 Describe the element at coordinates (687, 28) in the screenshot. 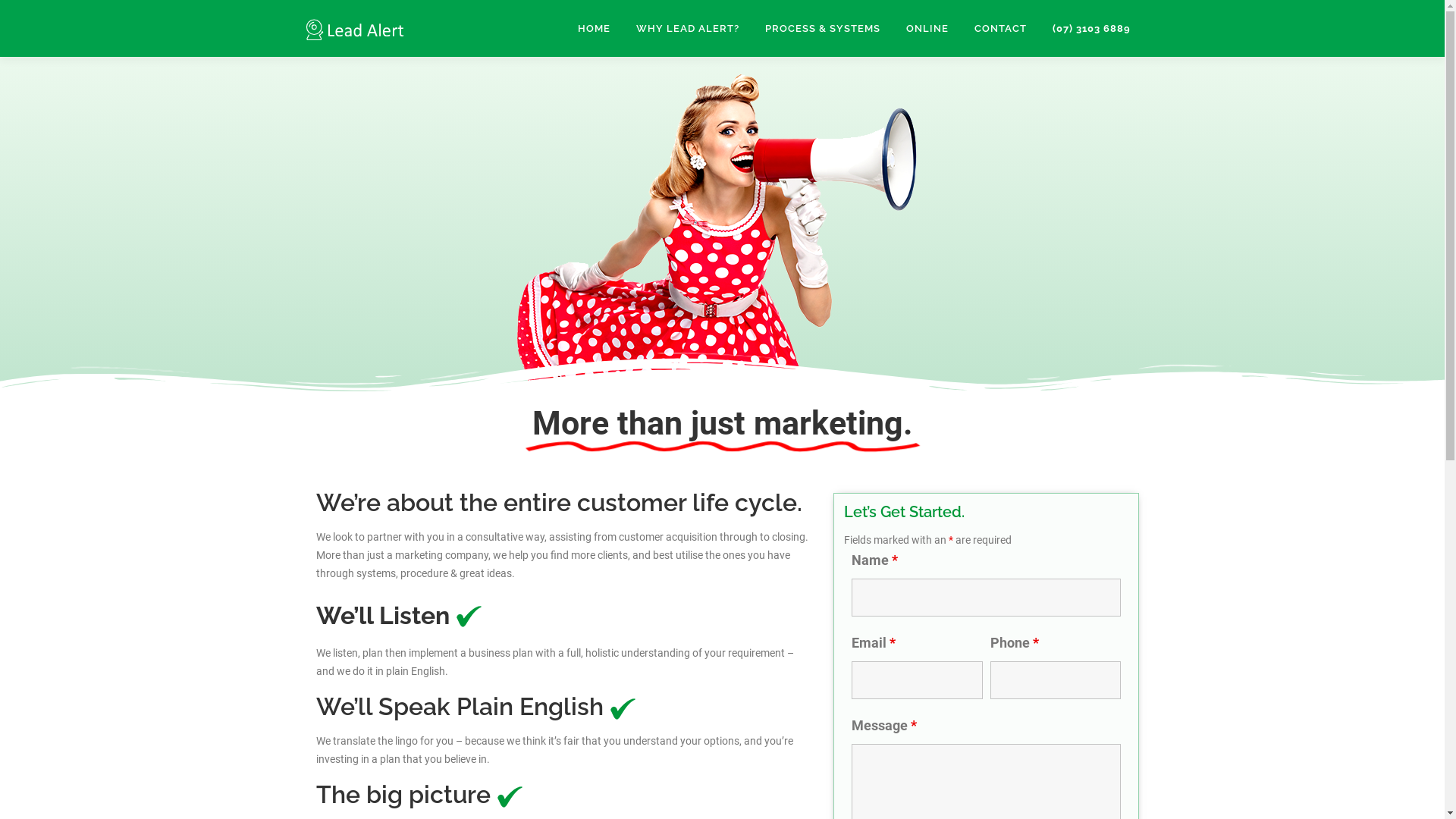

I see `'WHY LEAD ALERT?'` at that location.